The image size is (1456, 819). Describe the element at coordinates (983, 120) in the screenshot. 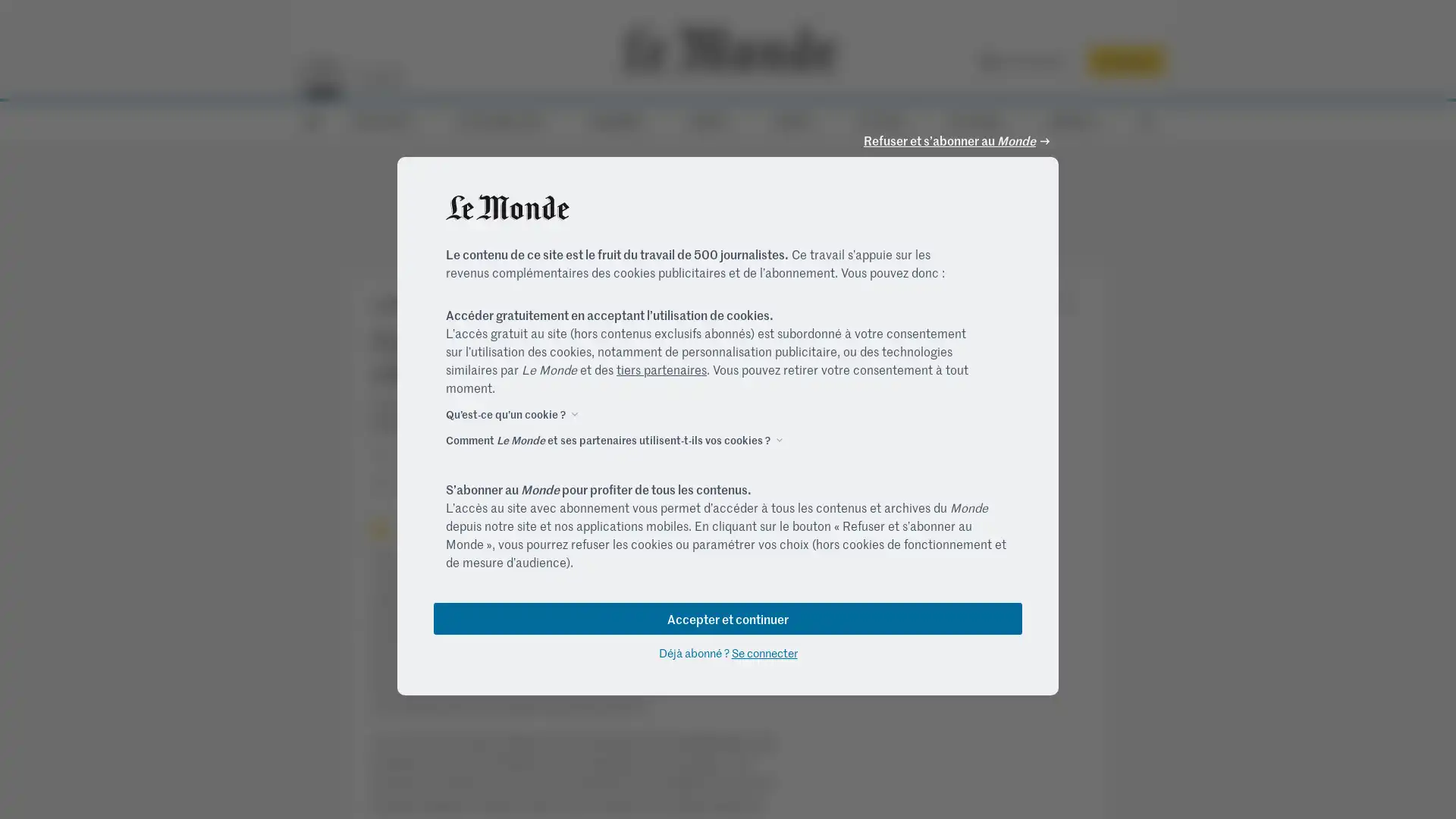

I see `M LE MAG` at that location.